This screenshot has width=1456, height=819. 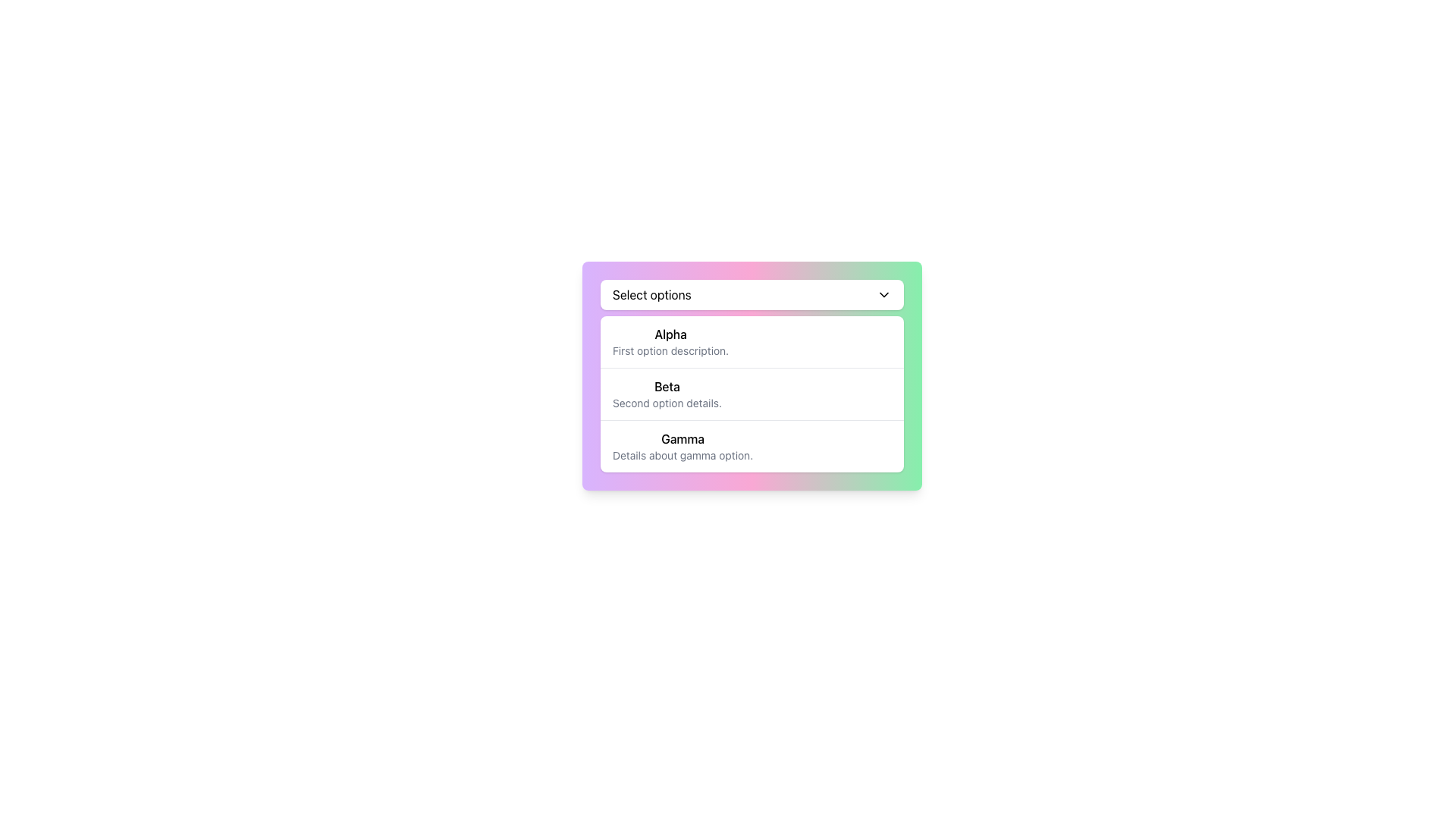 What do you see at coordinates (682, 446) in the screenshot?
I see `the 'Gamma' option in the dropdown list` at bounding box center [682, 446].